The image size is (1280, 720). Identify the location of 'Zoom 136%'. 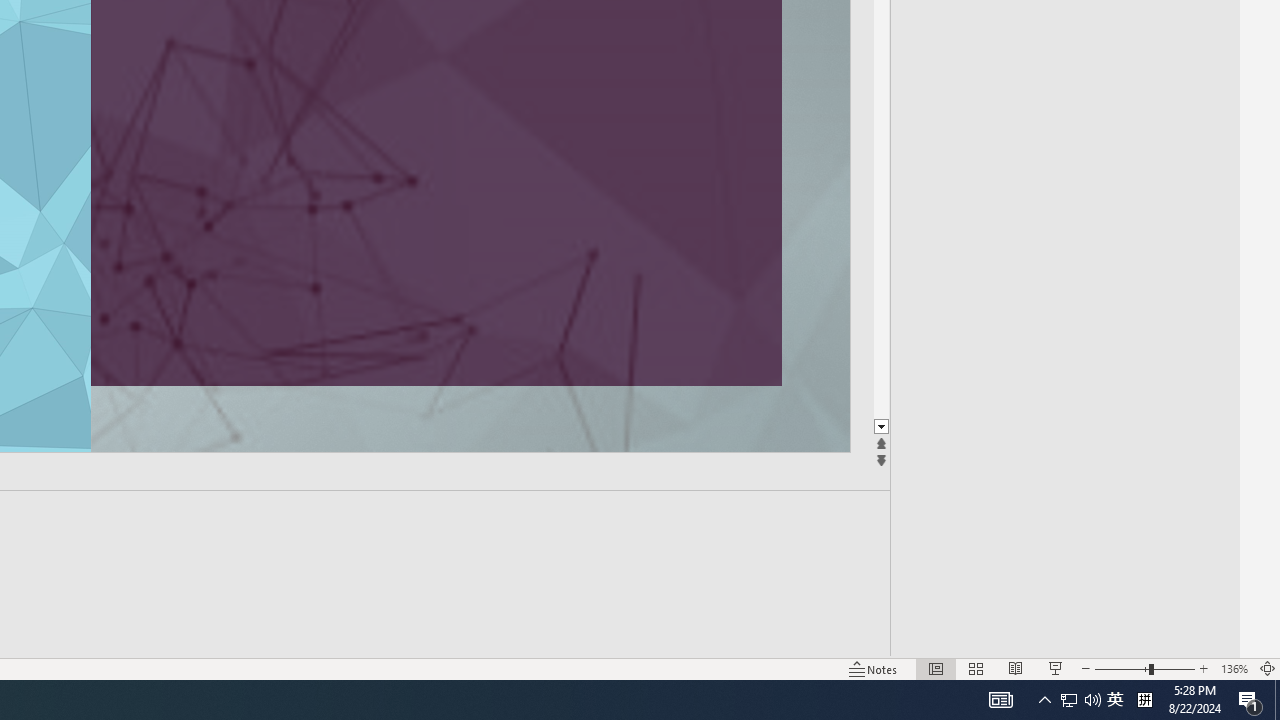
(1233, 669).